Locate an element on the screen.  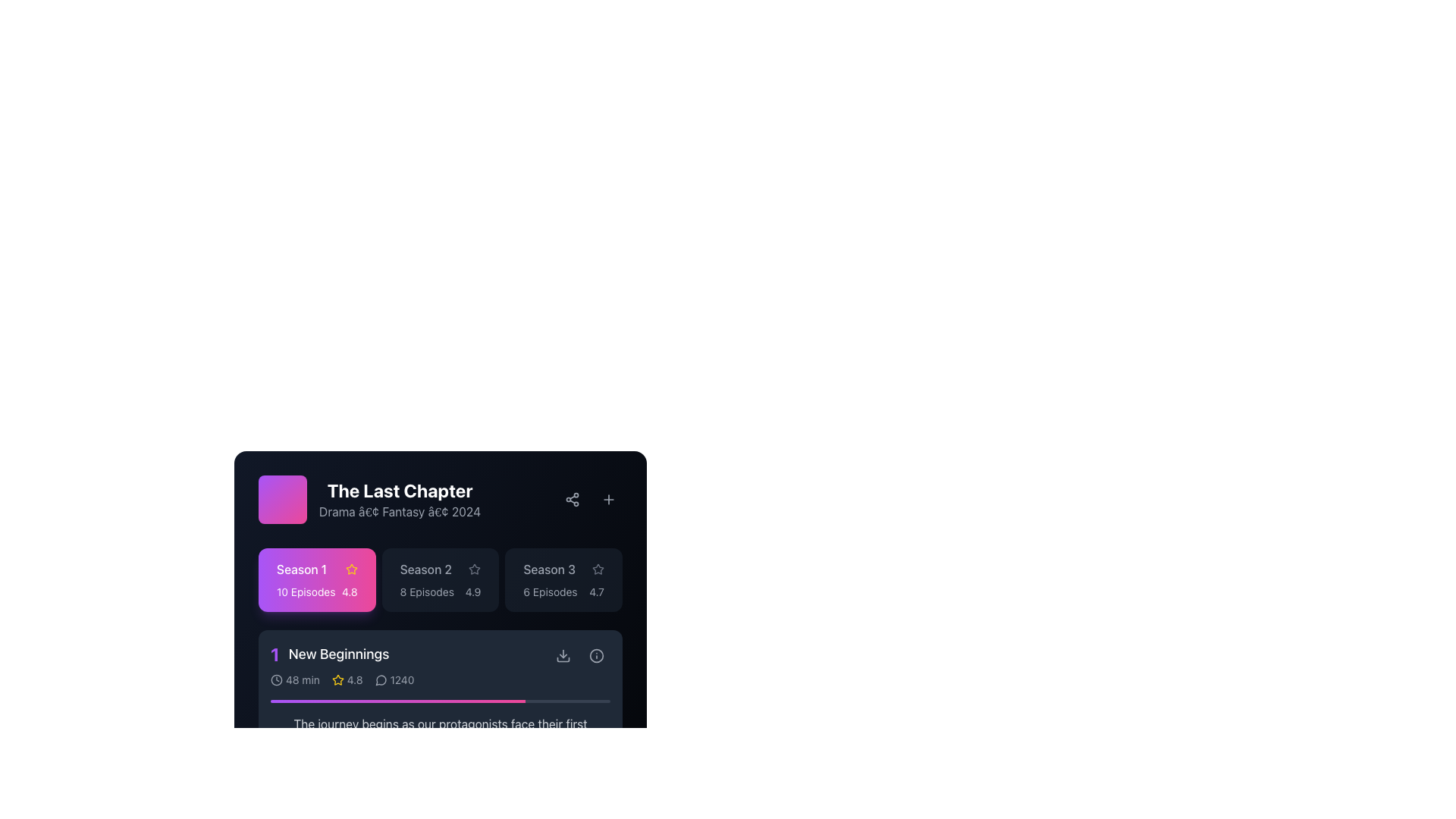
the text display element that shows season-related metadata, including '10 Episodes' and '4.8' average user rating, located below the 'Season 1' label is located at coordinates (316, 591).